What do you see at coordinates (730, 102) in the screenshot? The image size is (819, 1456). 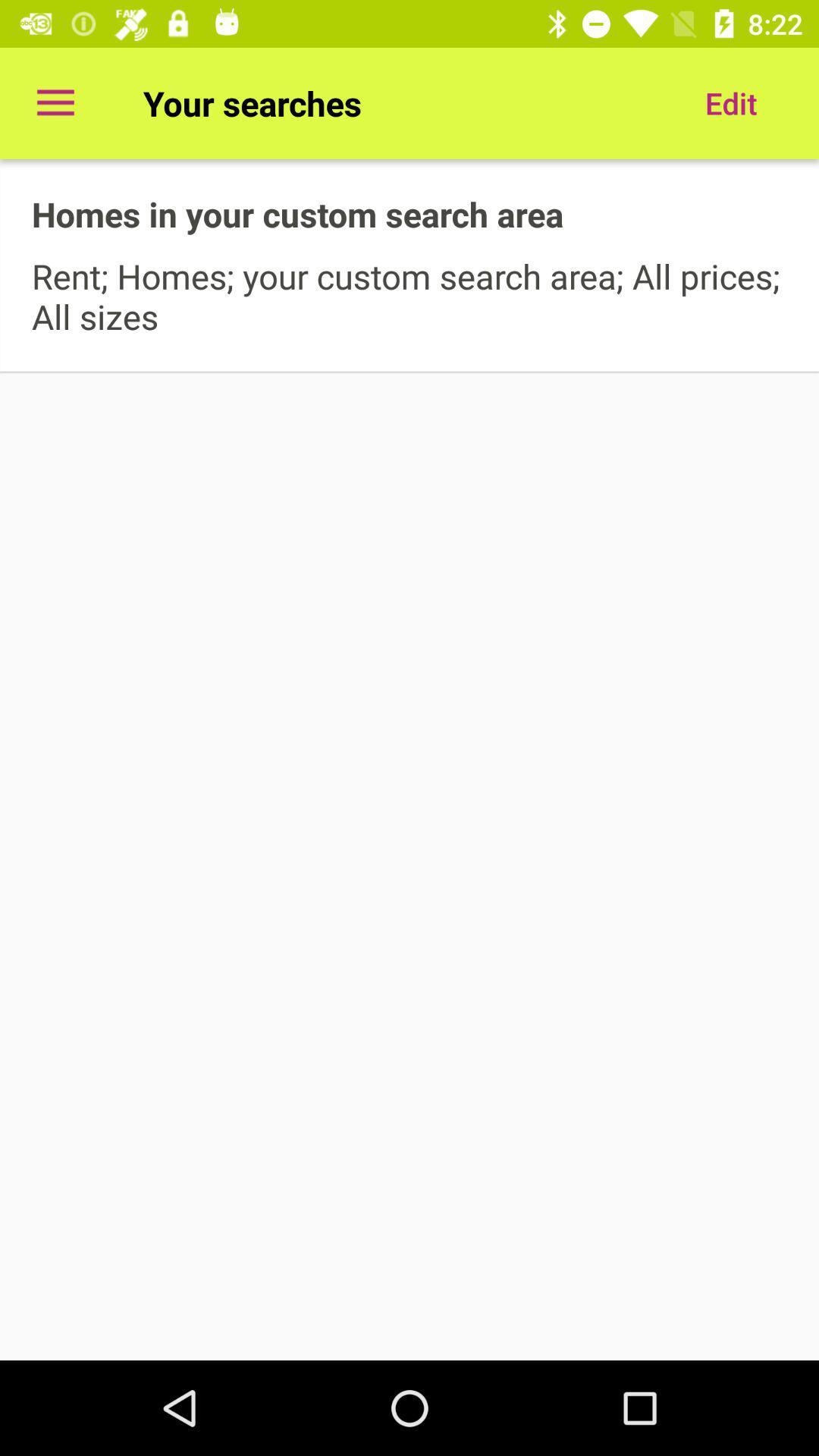 I see `the edit` at bounding box center [730, 102].